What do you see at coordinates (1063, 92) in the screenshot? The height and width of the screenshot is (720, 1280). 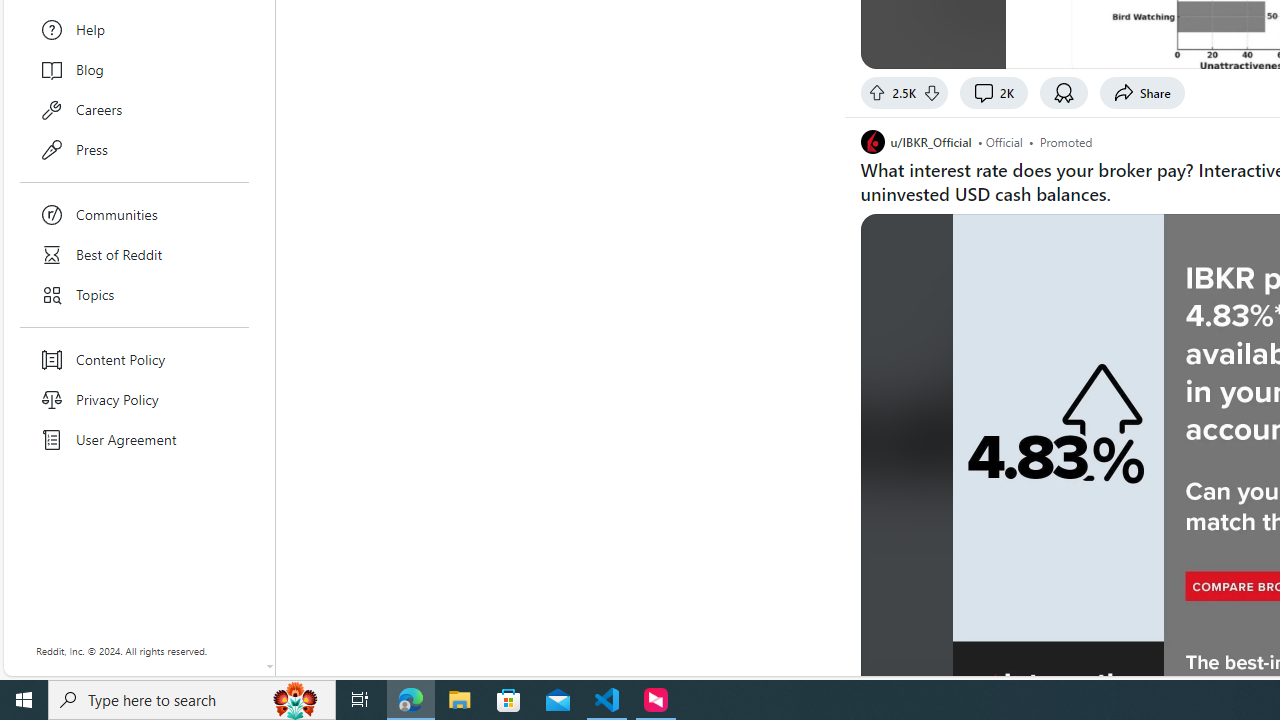 I see `'Give award'` at bounding box center [1063, 92].